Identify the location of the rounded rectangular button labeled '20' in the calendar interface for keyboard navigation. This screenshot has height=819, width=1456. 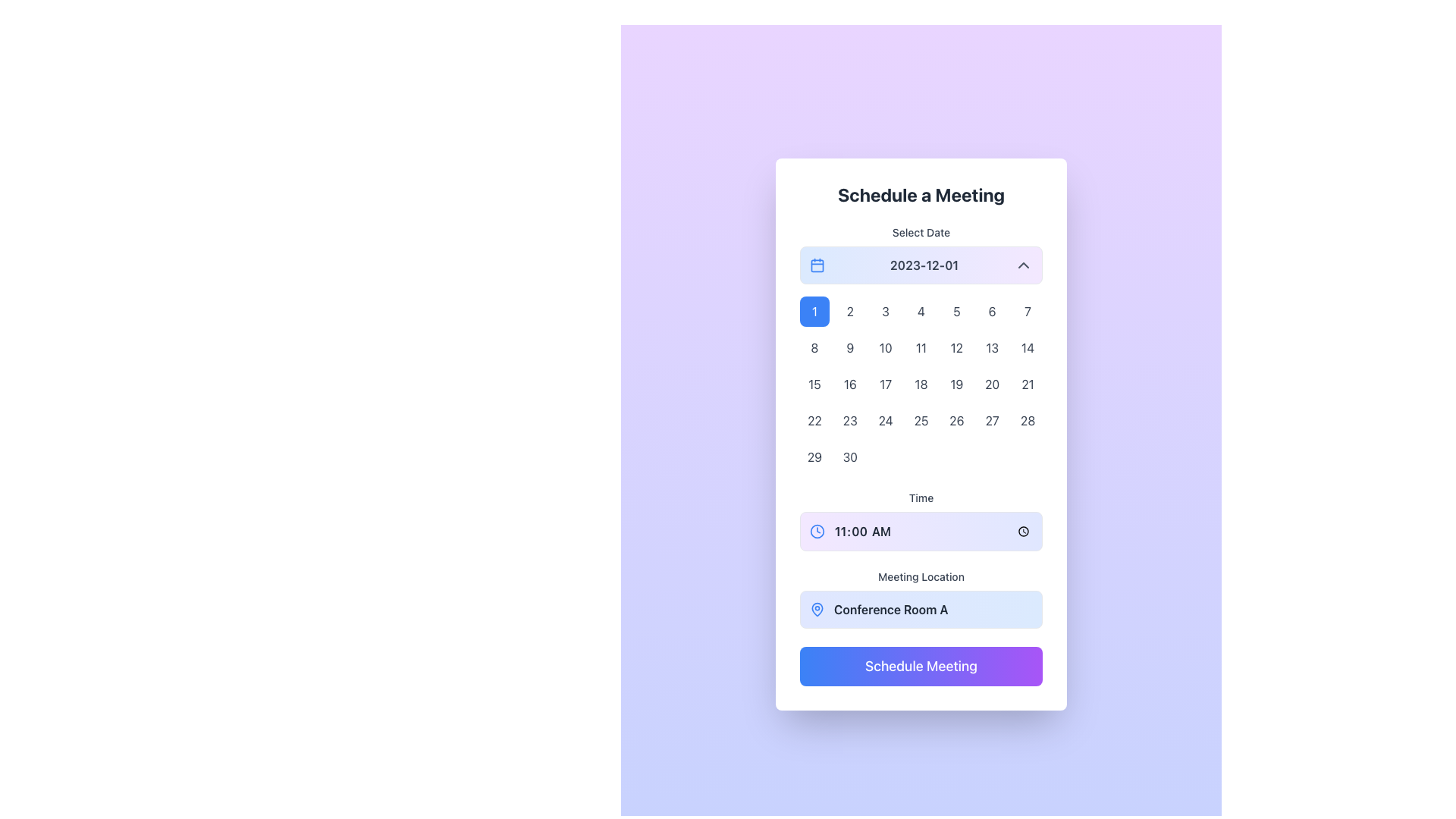
(992, 383).